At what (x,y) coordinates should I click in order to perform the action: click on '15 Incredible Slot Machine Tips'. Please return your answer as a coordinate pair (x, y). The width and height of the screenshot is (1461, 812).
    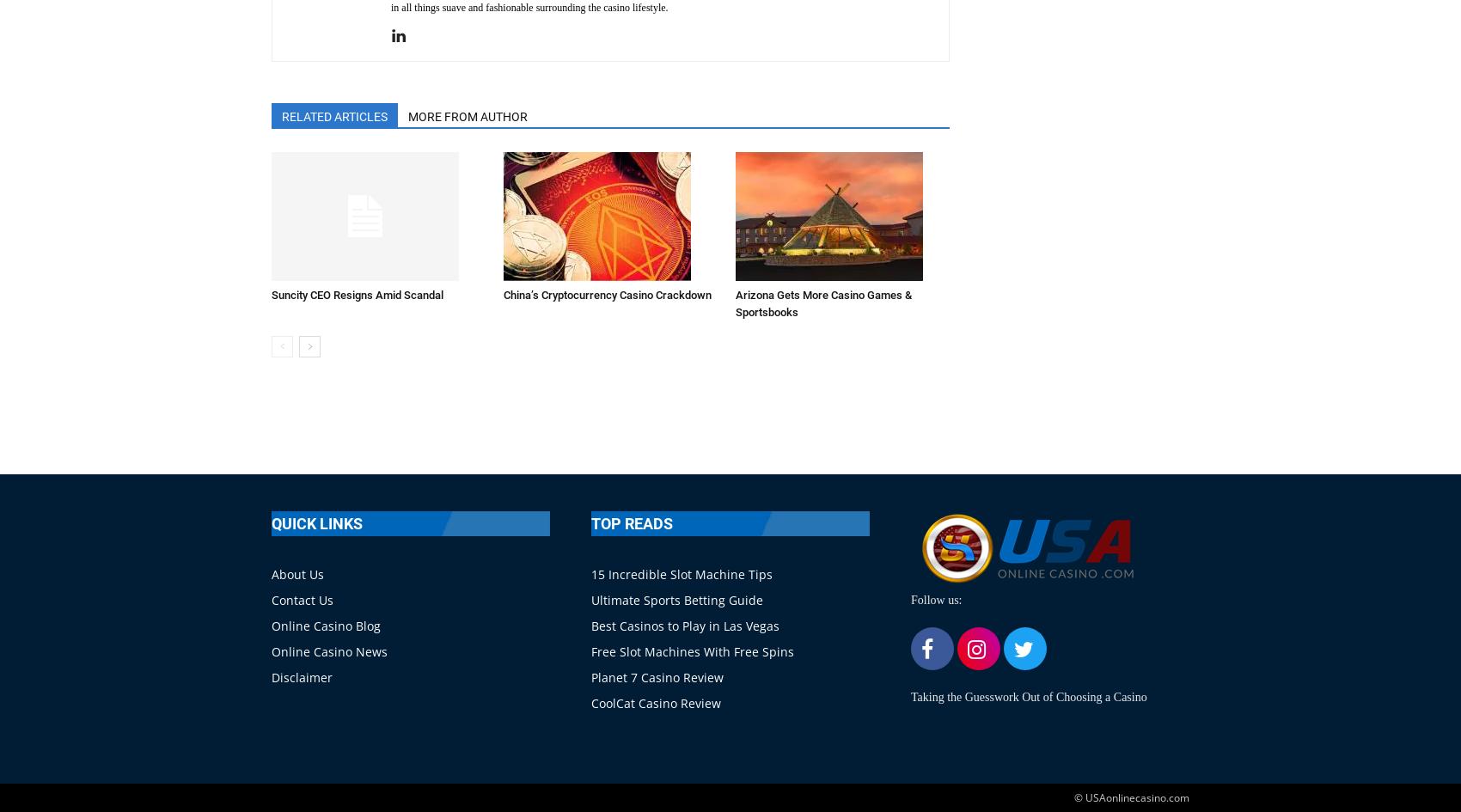
    Looking at the image, I should click on (590, 573).